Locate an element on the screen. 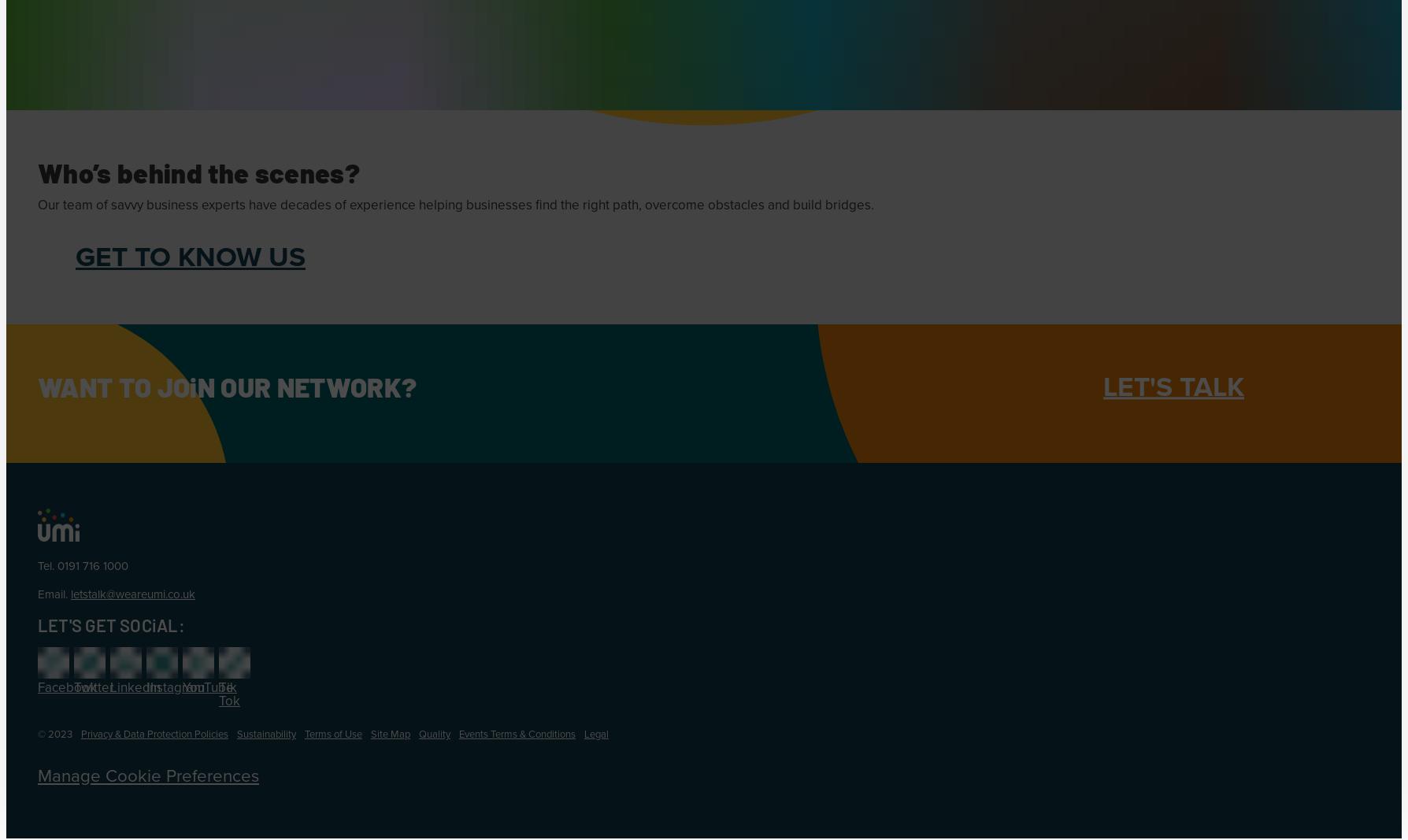  'Manage Cookie Preferences' is located at coordinates (148, 775).